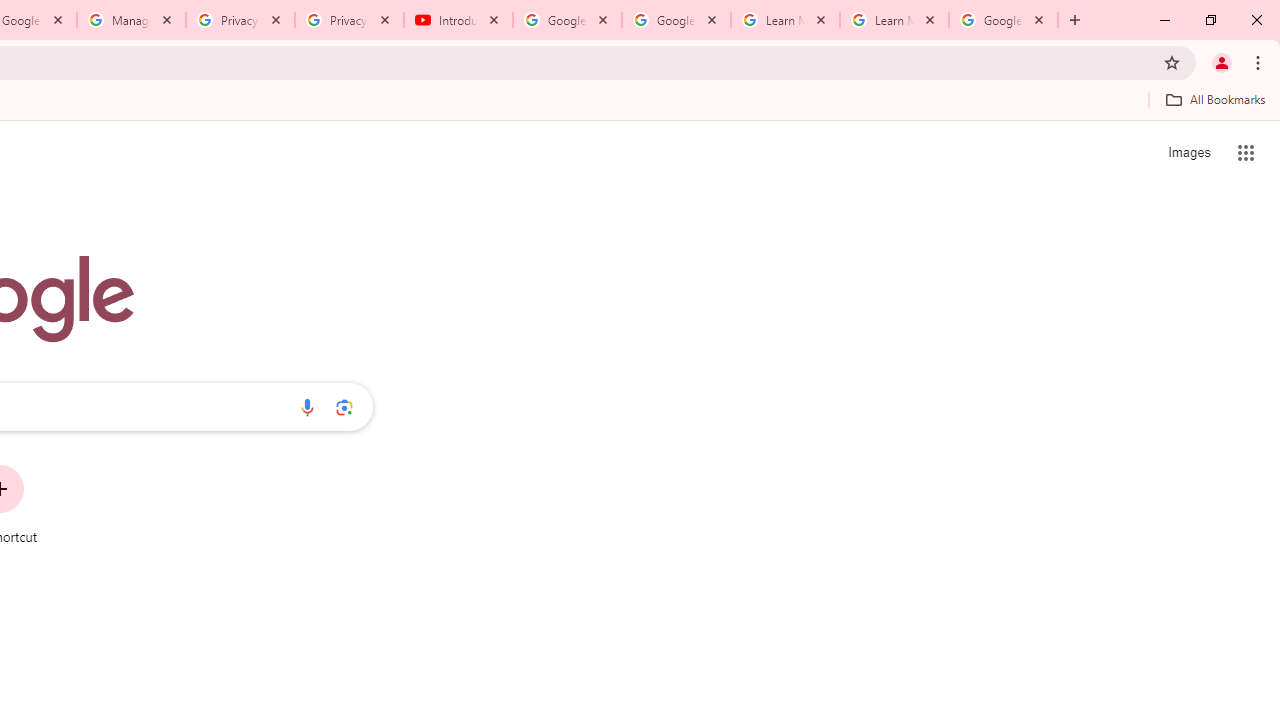  Describe the element at coordinates (1003, 20) in the screenshot. I see `'Google Account'` at that location.